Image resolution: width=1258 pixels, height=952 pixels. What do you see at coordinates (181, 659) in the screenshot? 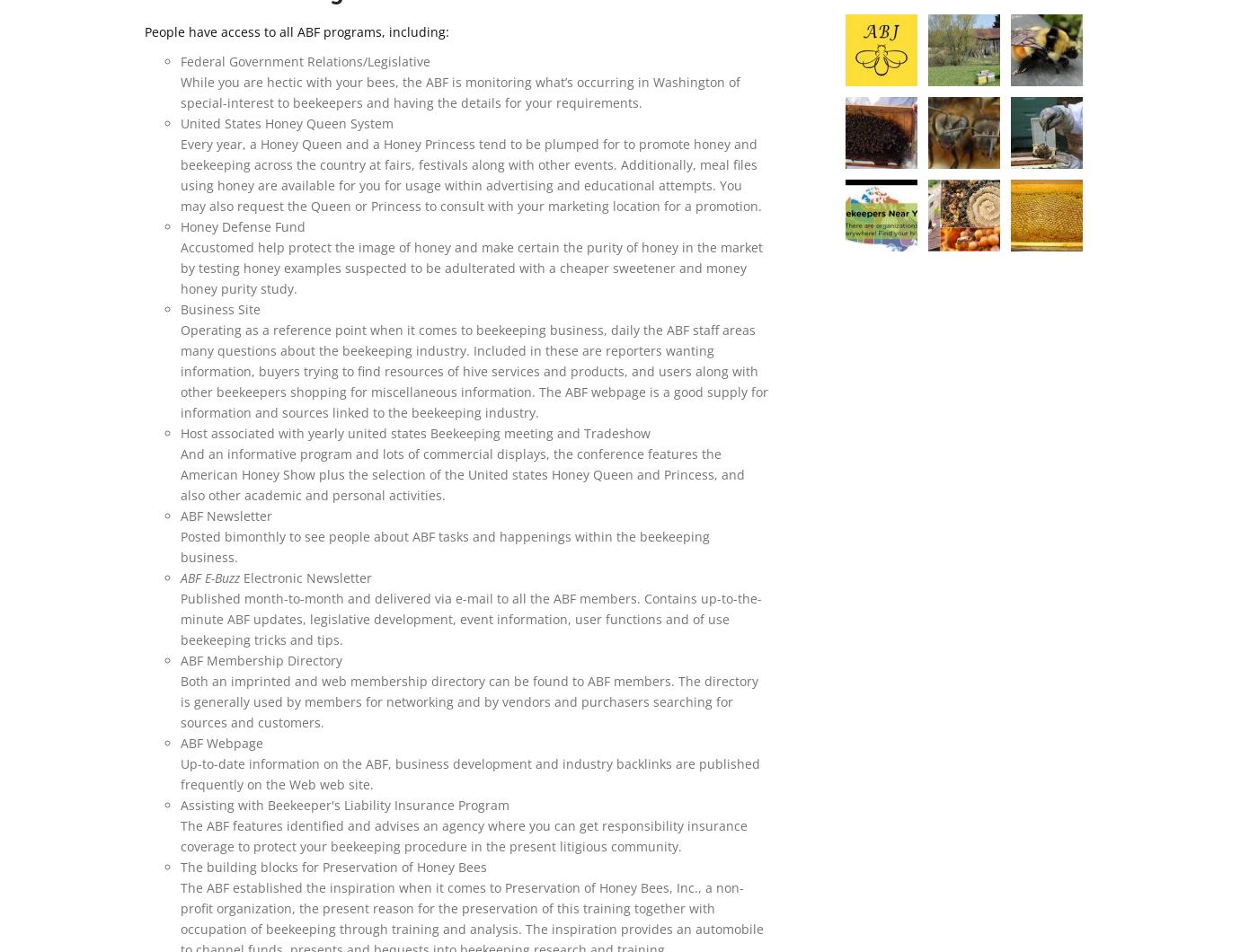
I see `'ABF Membership Directory'` at bounding box center [181, 659].